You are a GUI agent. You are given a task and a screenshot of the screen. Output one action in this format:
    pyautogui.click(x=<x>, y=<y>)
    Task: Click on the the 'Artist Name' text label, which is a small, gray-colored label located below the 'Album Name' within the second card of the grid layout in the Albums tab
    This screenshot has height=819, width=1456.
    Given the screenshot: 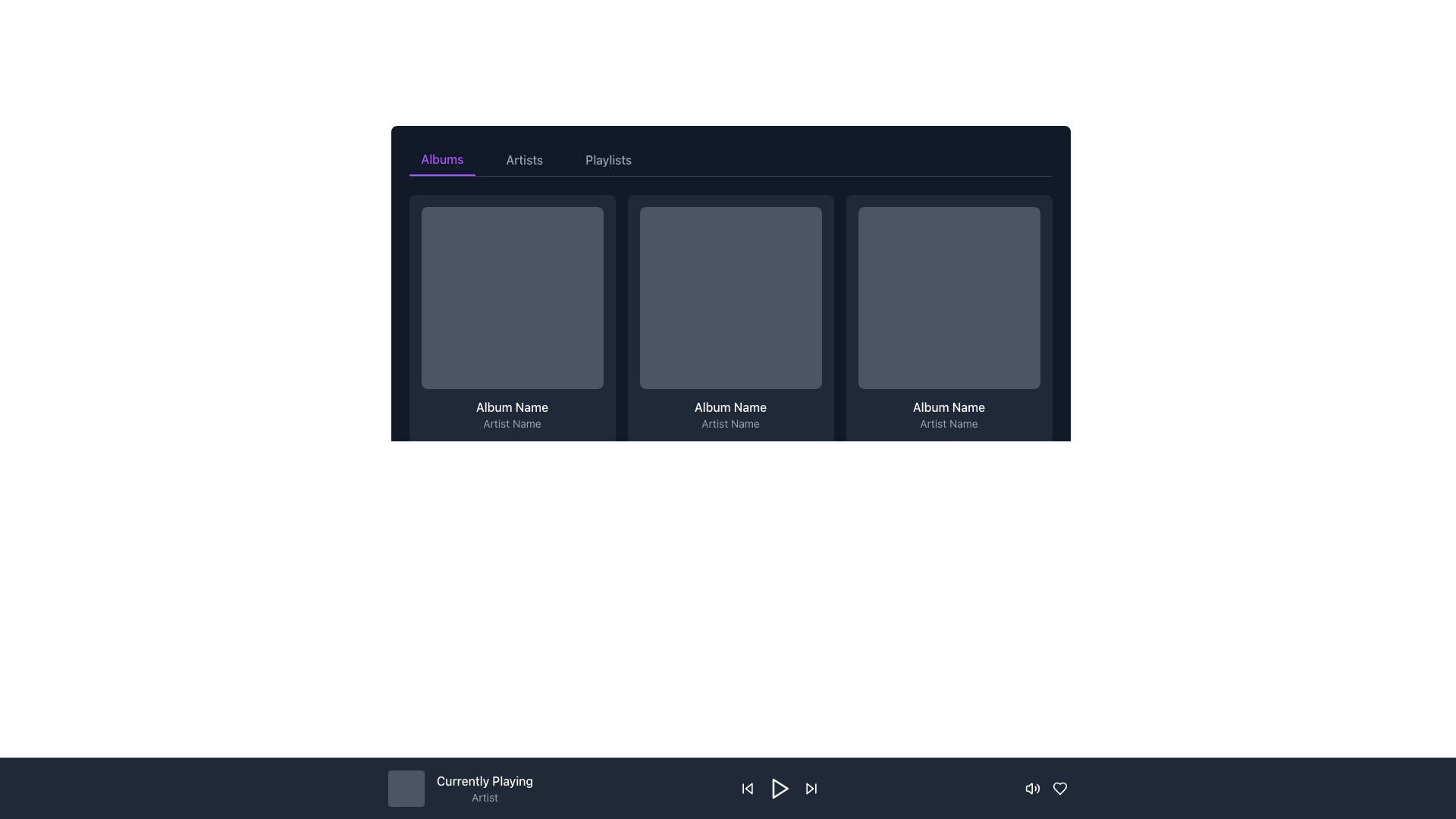 What is the action you would take?
    pyautogui.click(x=730, y=424)
    